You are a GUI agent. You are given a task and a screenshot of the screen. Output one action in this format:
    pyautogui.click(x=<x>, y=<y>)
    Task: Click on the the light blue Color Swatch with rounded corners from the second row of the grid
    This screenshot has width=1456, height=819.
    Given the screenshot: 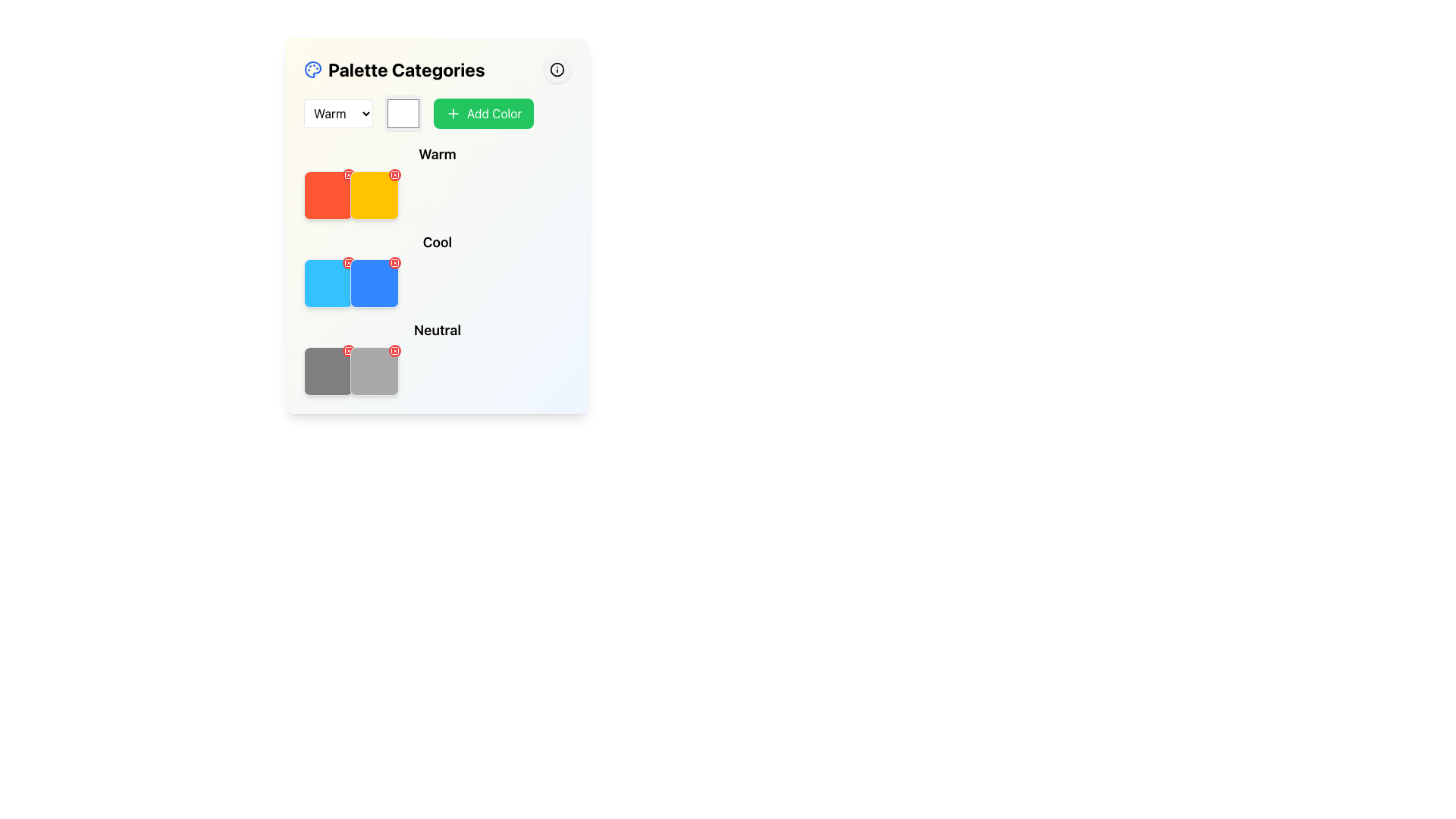 What is the action you would take?
    pyautogui.click(x=327, y=284)
    